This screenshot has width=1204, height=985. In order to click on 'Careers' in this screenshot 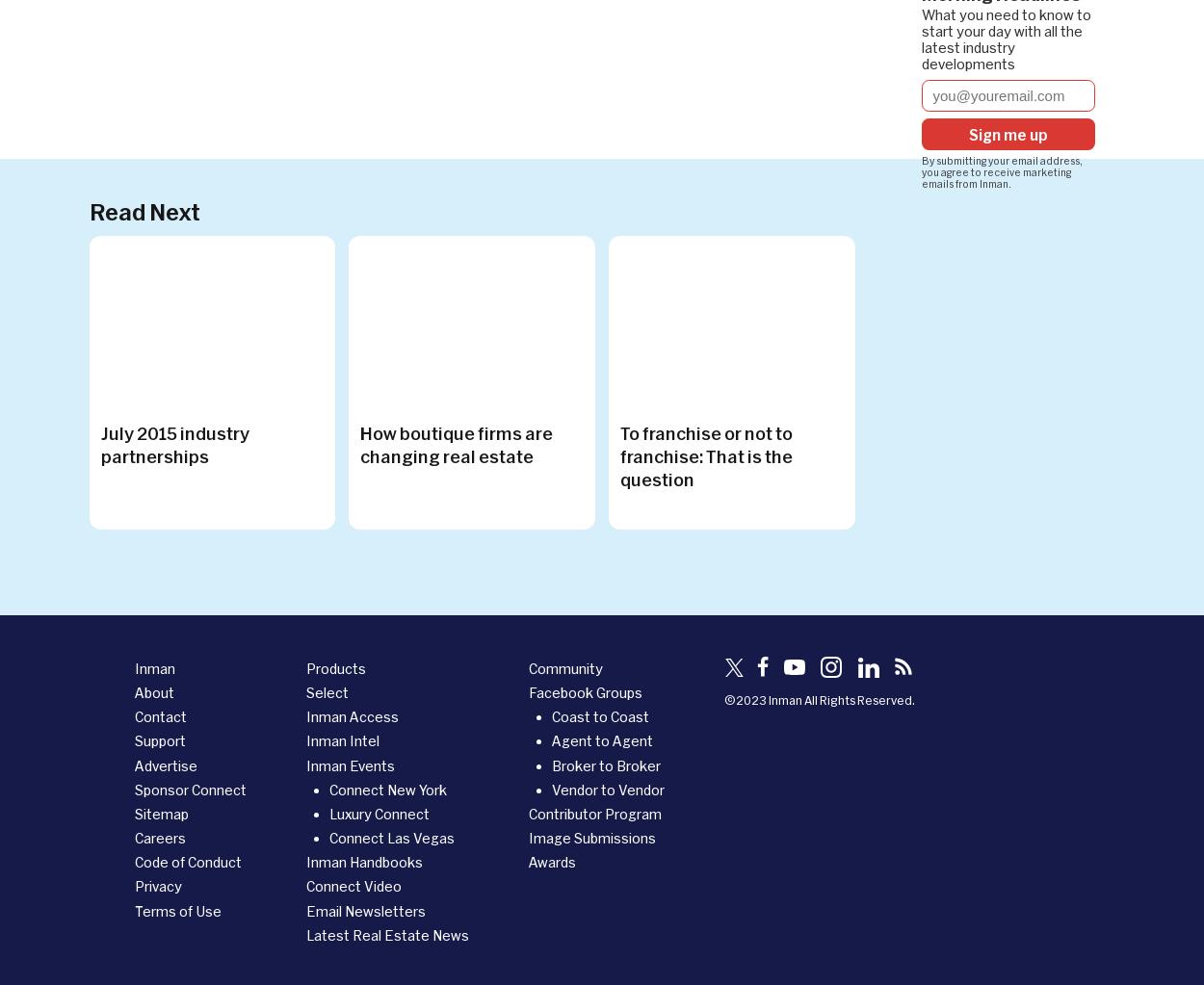, I will do `click(160, 838)`.